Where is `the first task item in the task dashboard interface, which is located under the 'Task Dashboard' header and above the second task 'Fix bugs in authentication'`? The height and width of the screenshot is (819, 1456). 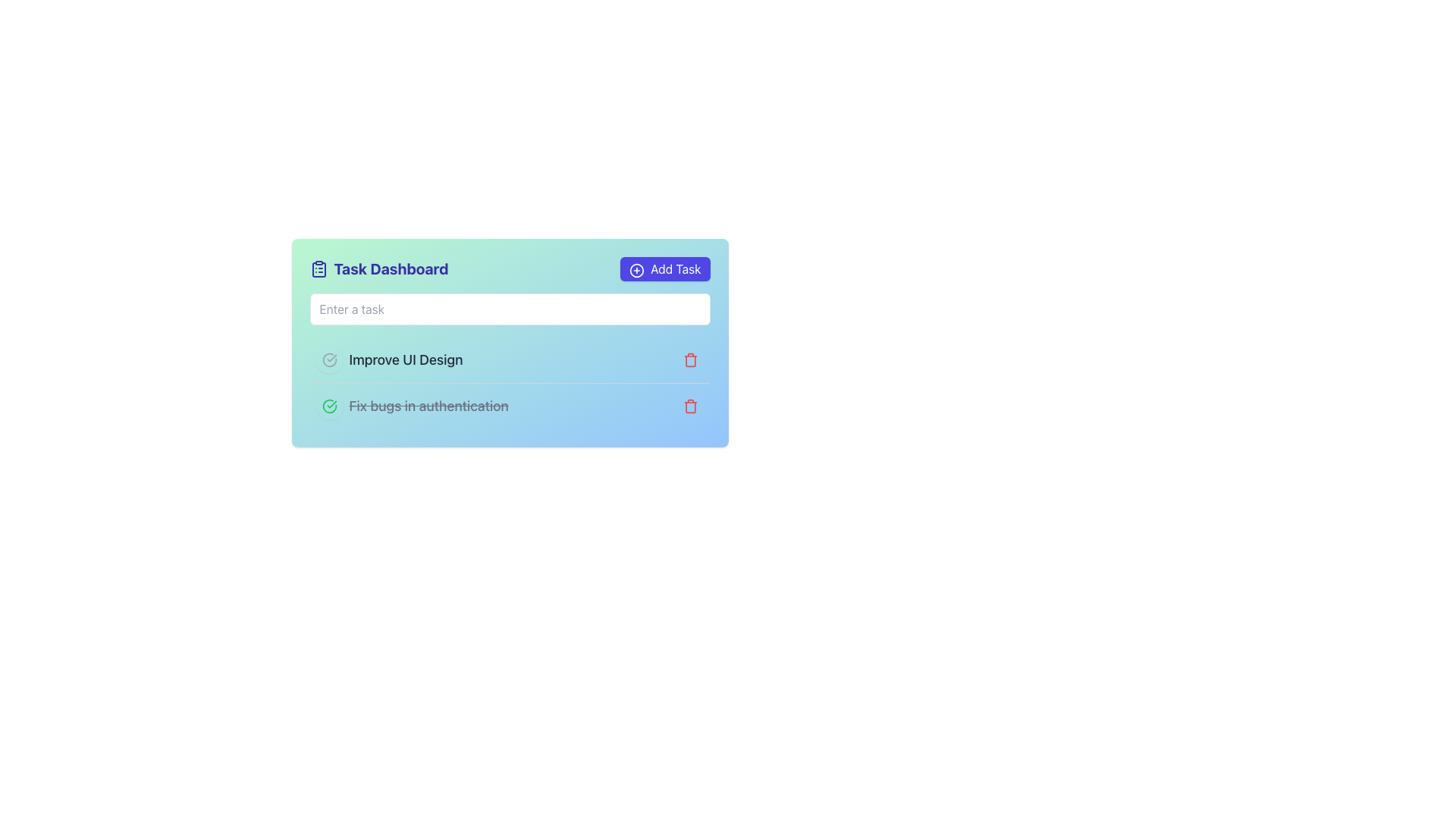 the first task item in the task dashboard interface, which is located under the 'Task Dashboard' header and above the second task 'Fix bugs in authentication' is located at coordinates (389, 359).